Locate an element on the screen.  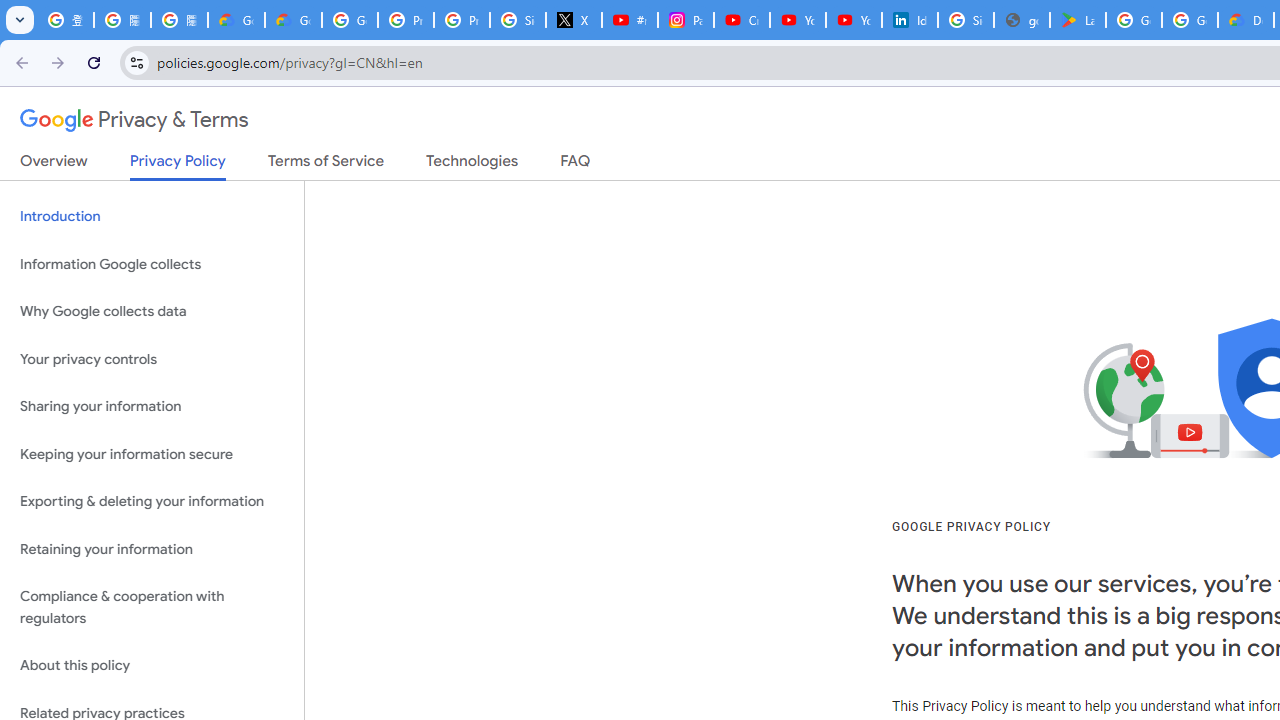
'Information Google collects' is located at coordinates (151, 263).